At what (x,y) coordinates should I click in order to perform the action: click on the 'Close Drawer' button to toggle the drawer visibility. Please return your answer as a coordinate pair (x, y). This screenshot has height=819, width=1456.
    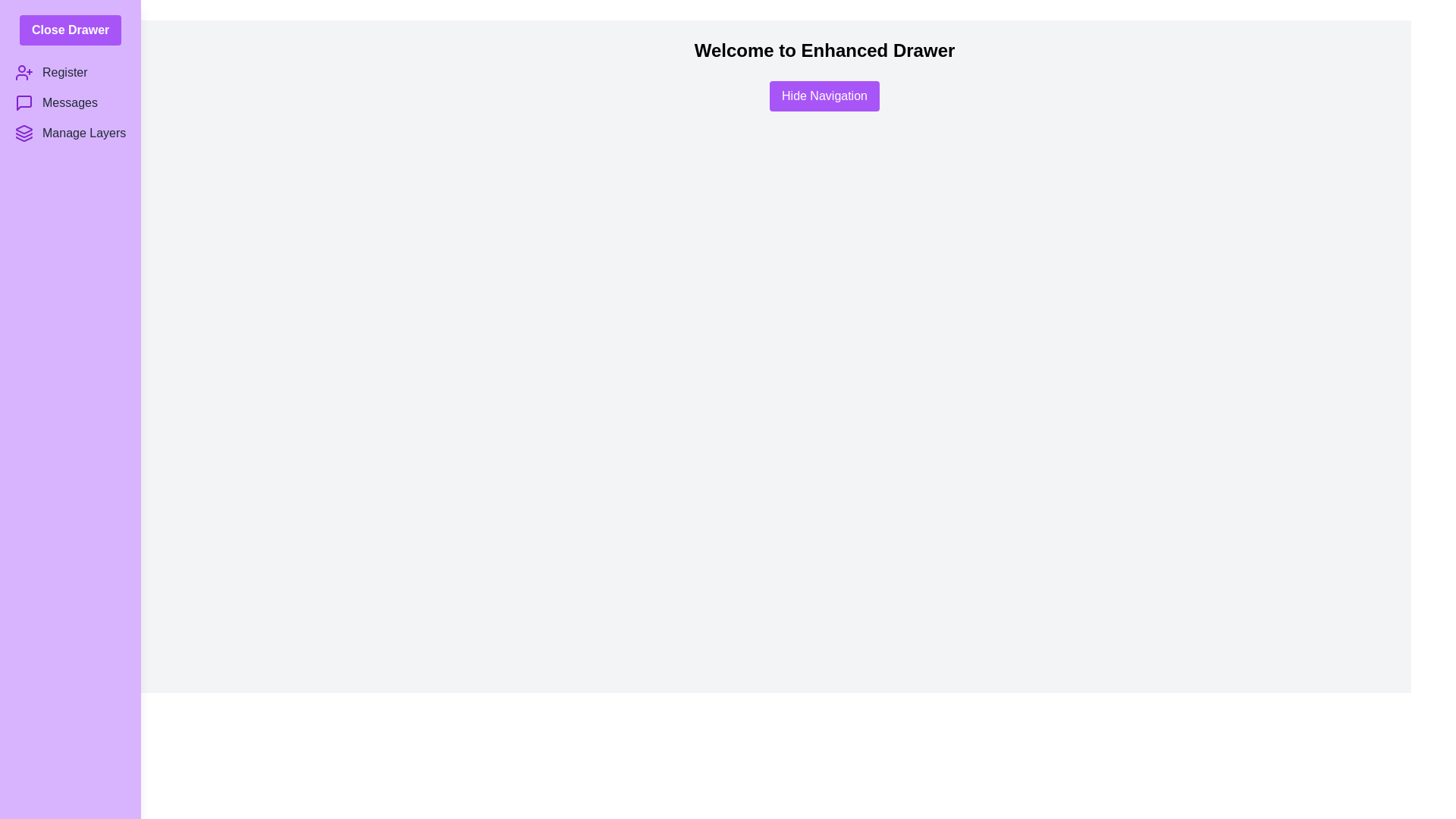
    Looking at the image, I should click on (70, 30).